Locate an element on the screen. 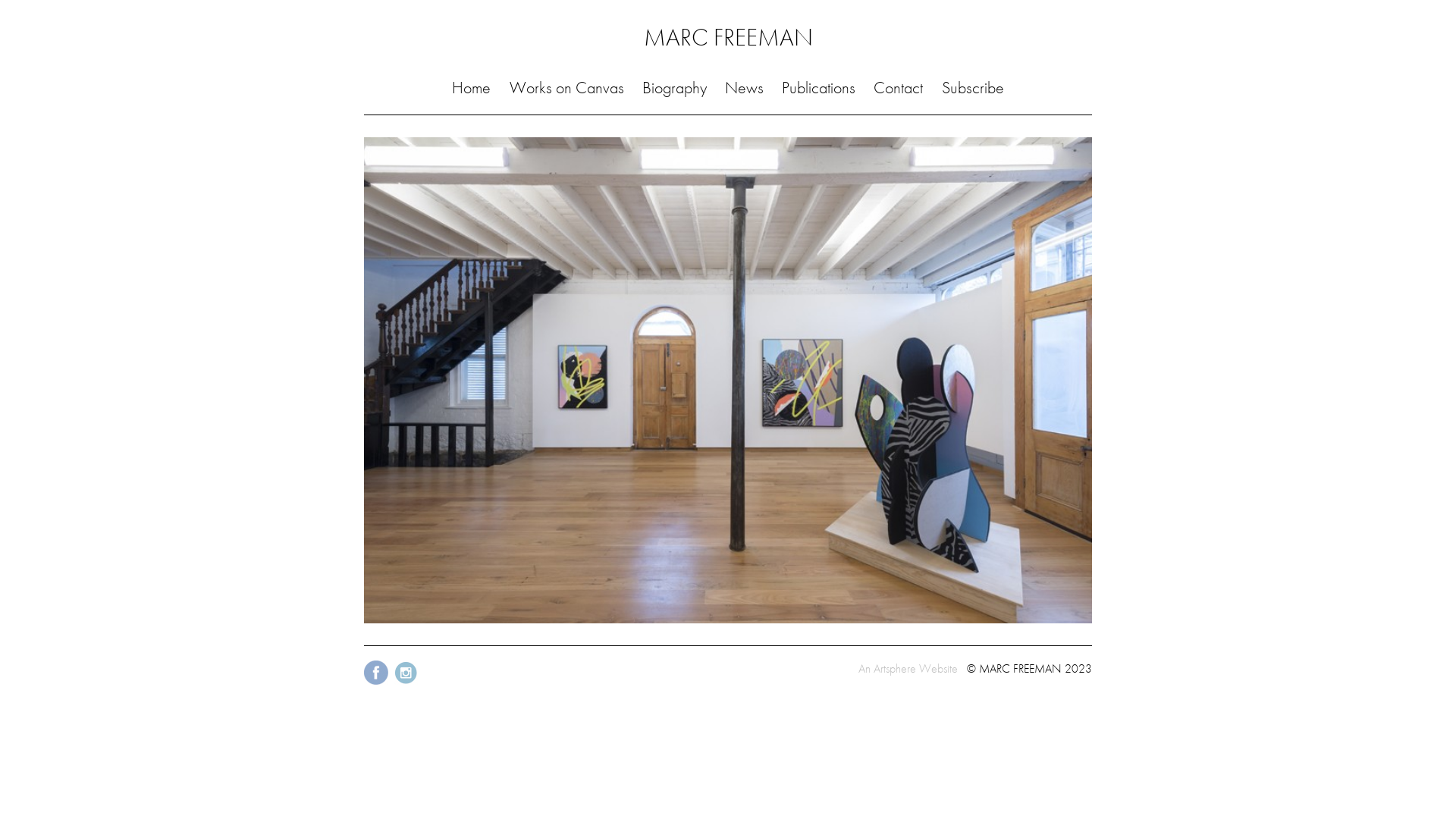 The width and height of the screenshot is (1456, 819). 'Subscribe' is located at coordinates (972, 87).